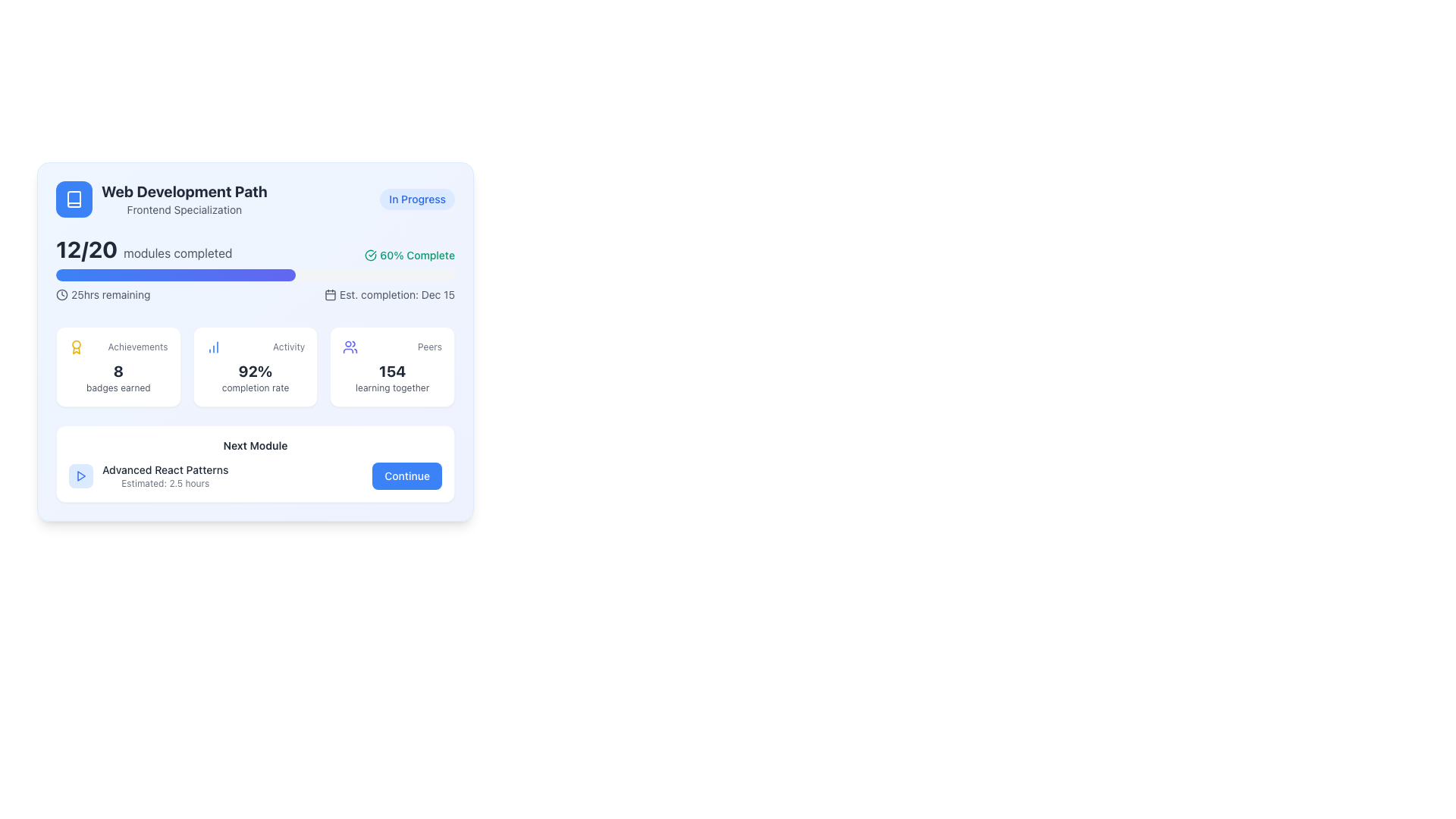 Image resolution: width=1456 pixels, height=819 pixels. What do you see at coordinates (75, 347) in the screenshot?
I see `the small circular award badge icon with a yellow color and dark outline located in the top-left corner of the 'Achievements' section` at bounding box center [75, 347].